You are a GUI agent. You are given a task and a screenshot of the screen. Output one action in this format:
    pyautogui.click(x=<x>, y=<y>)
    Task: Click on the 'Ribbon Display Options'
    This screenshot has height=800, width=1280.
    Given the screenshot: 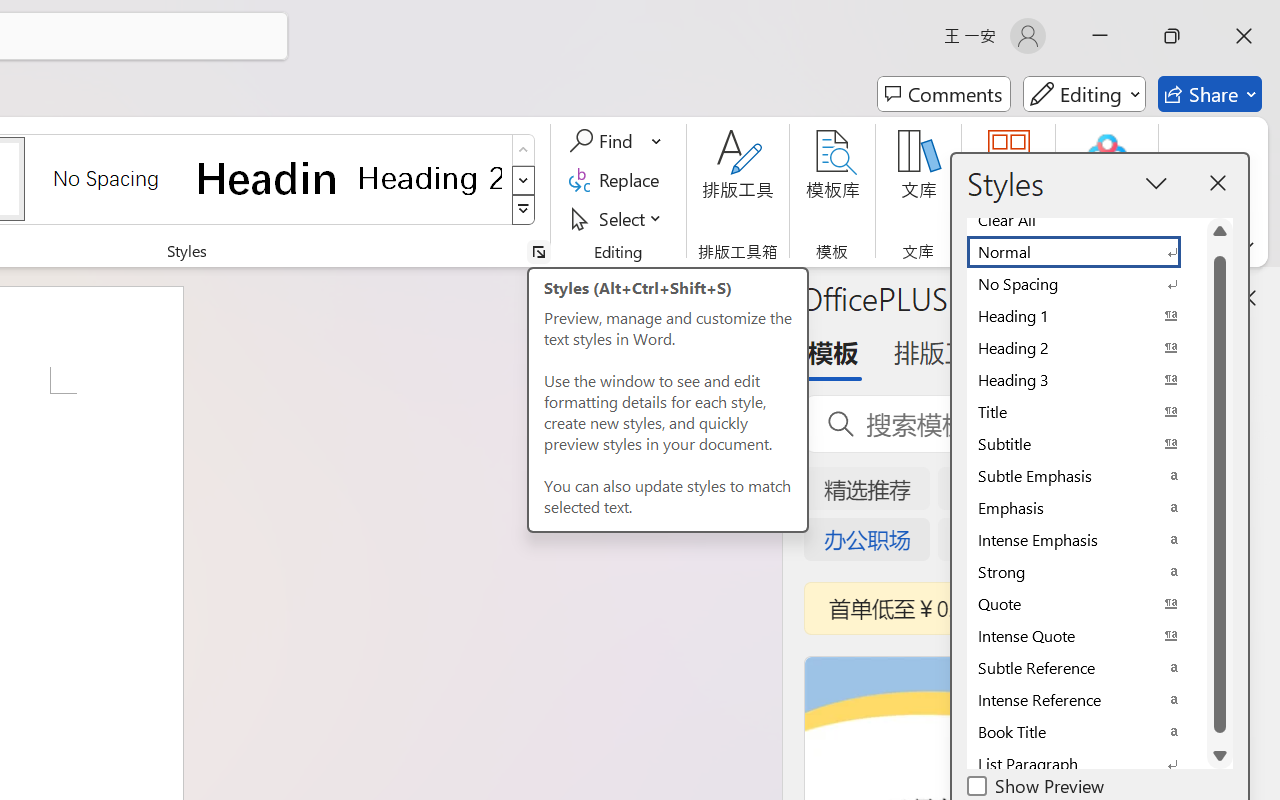 What is the action you would take?
    pyautogui.click(x=1245, y=245)
    